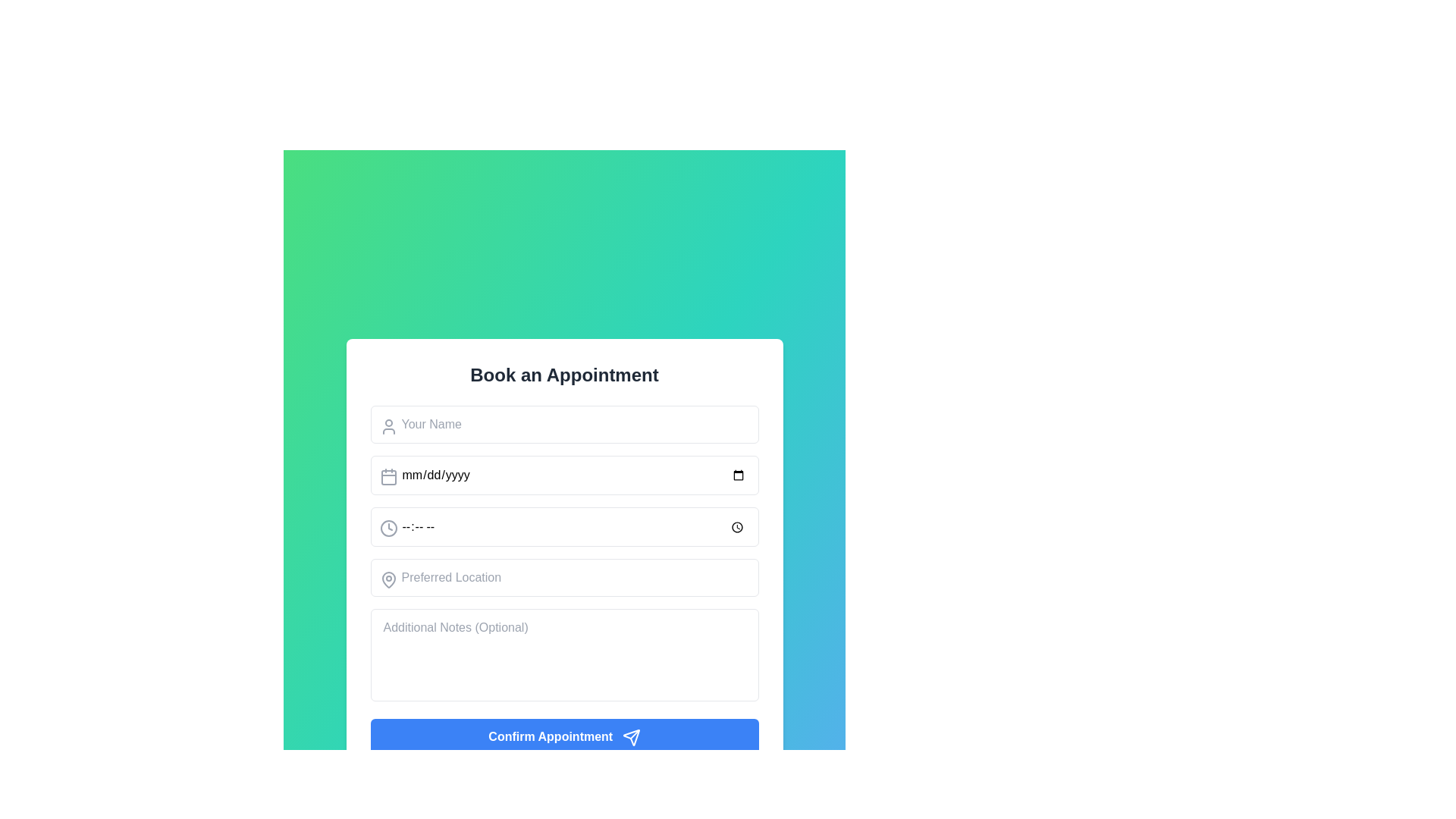  Describe the element at coordinates (388, 580) in the screenshot. I see `the map pin icon located under the 'Preferred Location' label, which is the first icon in the row within a text input field` at that location.